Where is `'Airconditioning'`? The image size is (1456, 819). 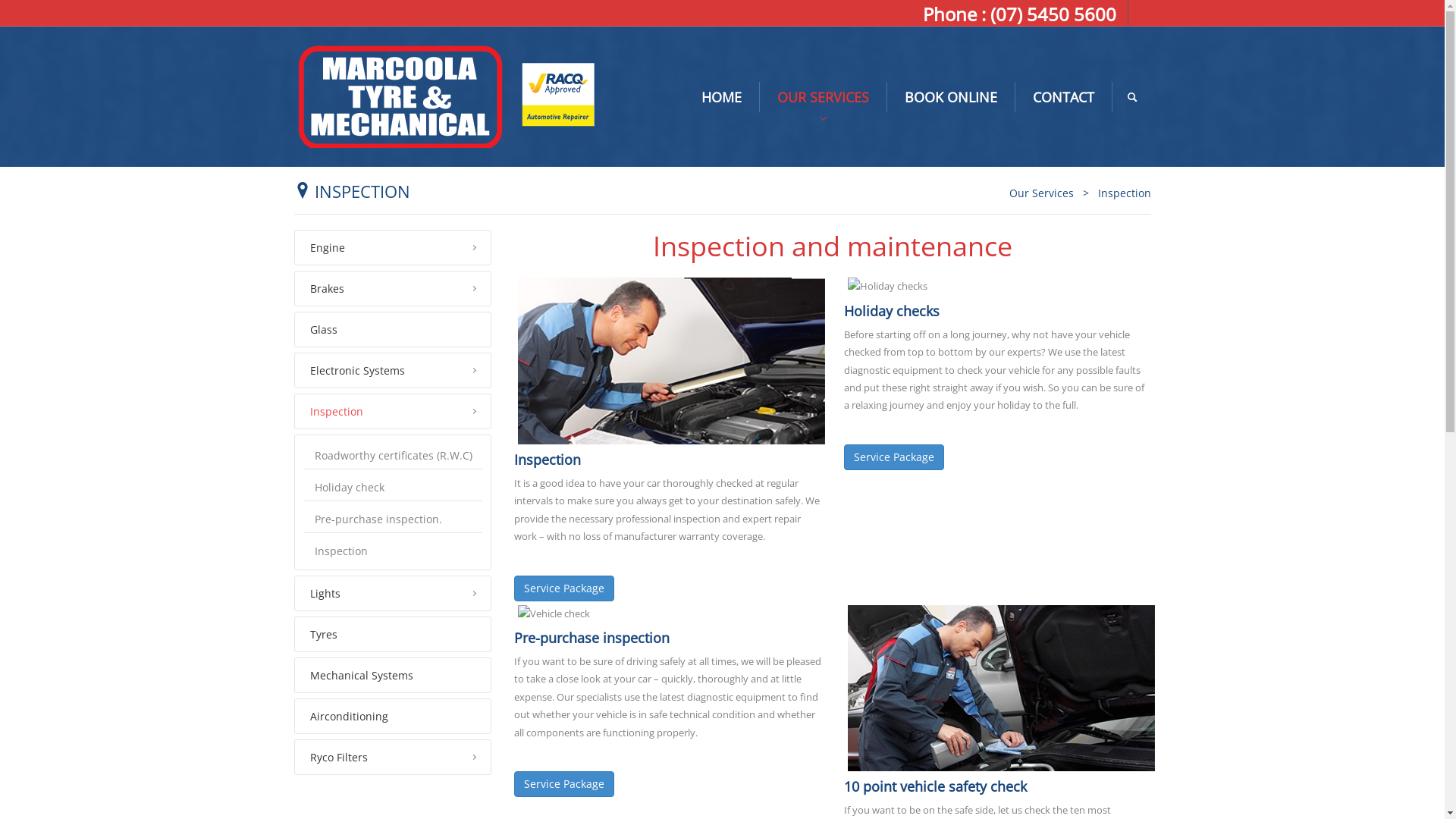 'Airconditioning' is located at coordinates (393, 716).